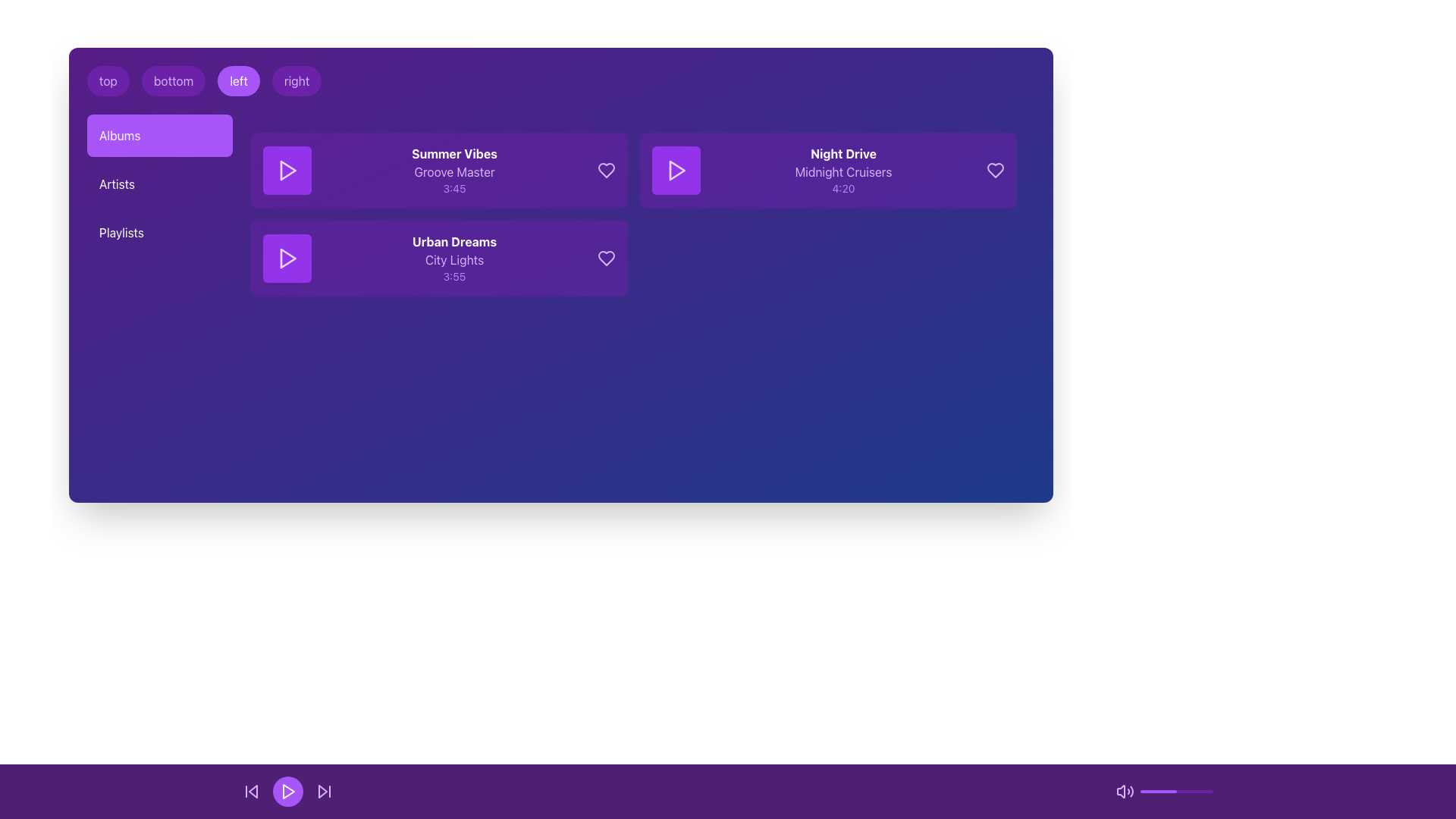 The height and width of the screenshot is (819, 1456). What do you see at coordinates (1153, 791) in the screenshot?
I see `the volume level` at bounding box center [1153, 791].